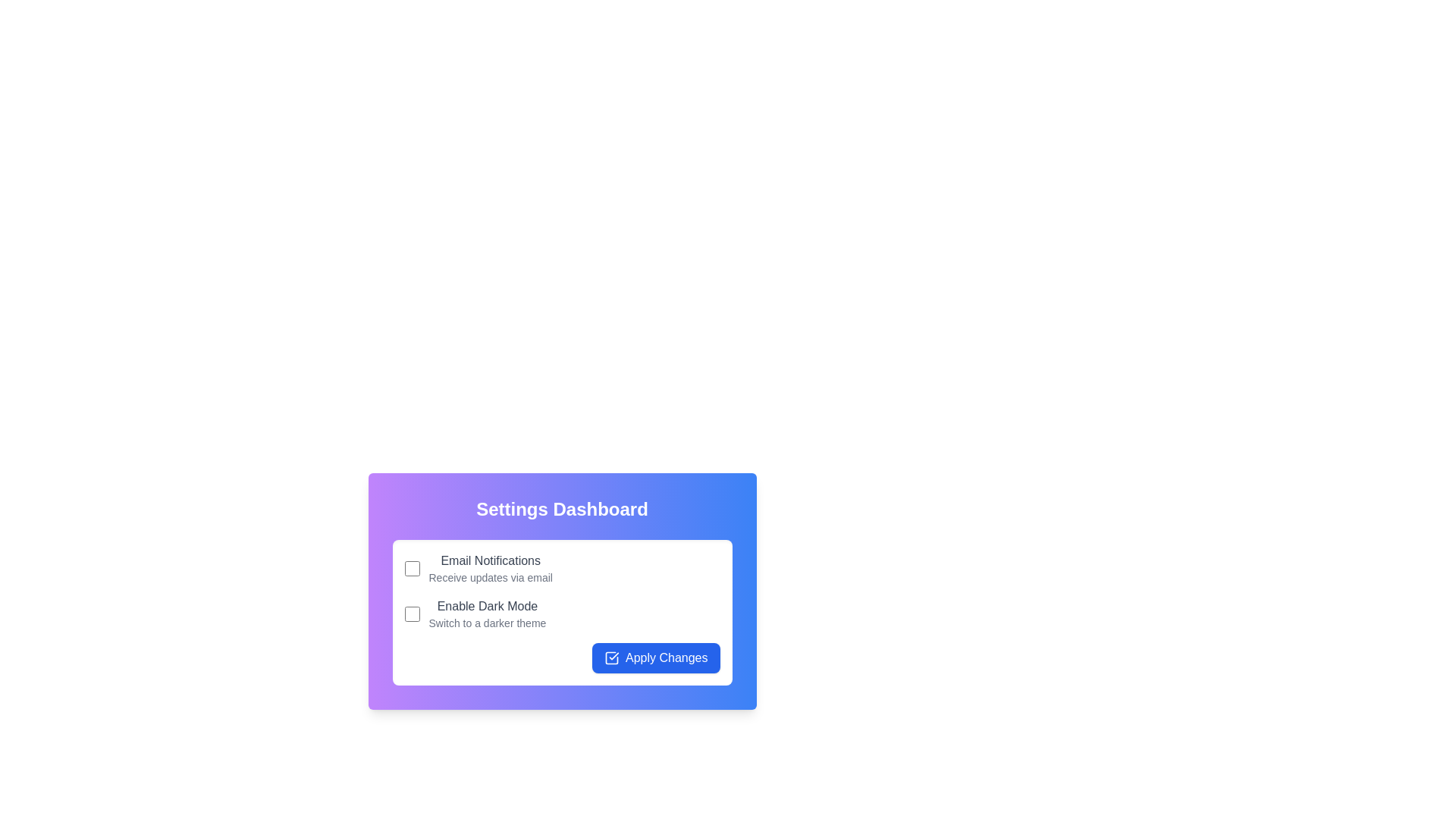  Describe the element at coordinates (488, 623) in the screenshot. I see `the text label that reads 'Switch to a darker theme', which is positioned directly below 'Enable Dark Mode' in the settings card` at that location.